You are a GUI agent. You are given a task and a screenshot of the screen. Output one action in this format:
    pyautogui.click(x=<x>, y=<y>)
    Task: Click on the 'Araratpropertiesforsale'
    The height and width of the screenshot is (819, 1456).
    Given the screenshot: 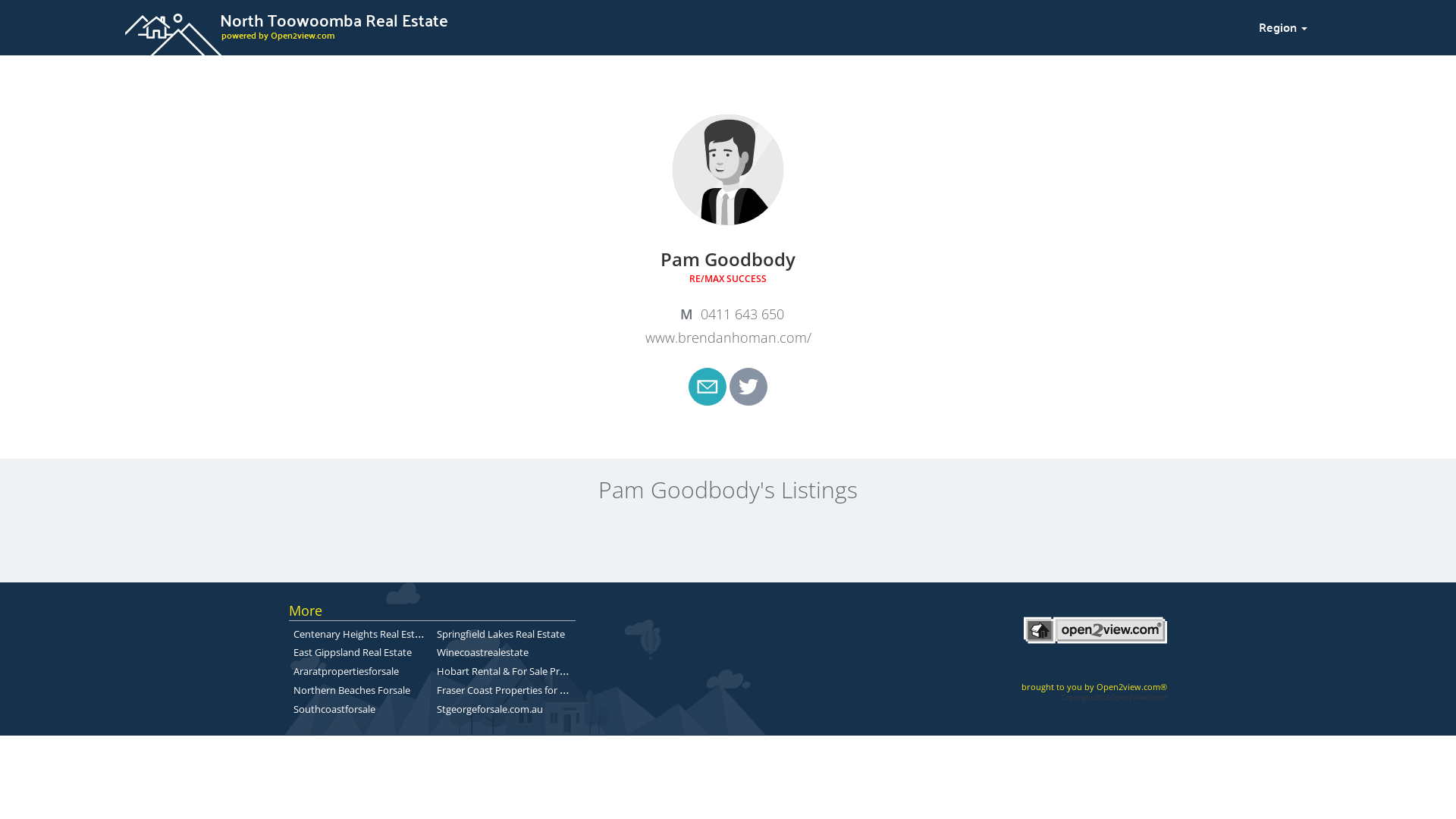 What is the action you would take?
    pyautogui.click(x=293, y=670)
    